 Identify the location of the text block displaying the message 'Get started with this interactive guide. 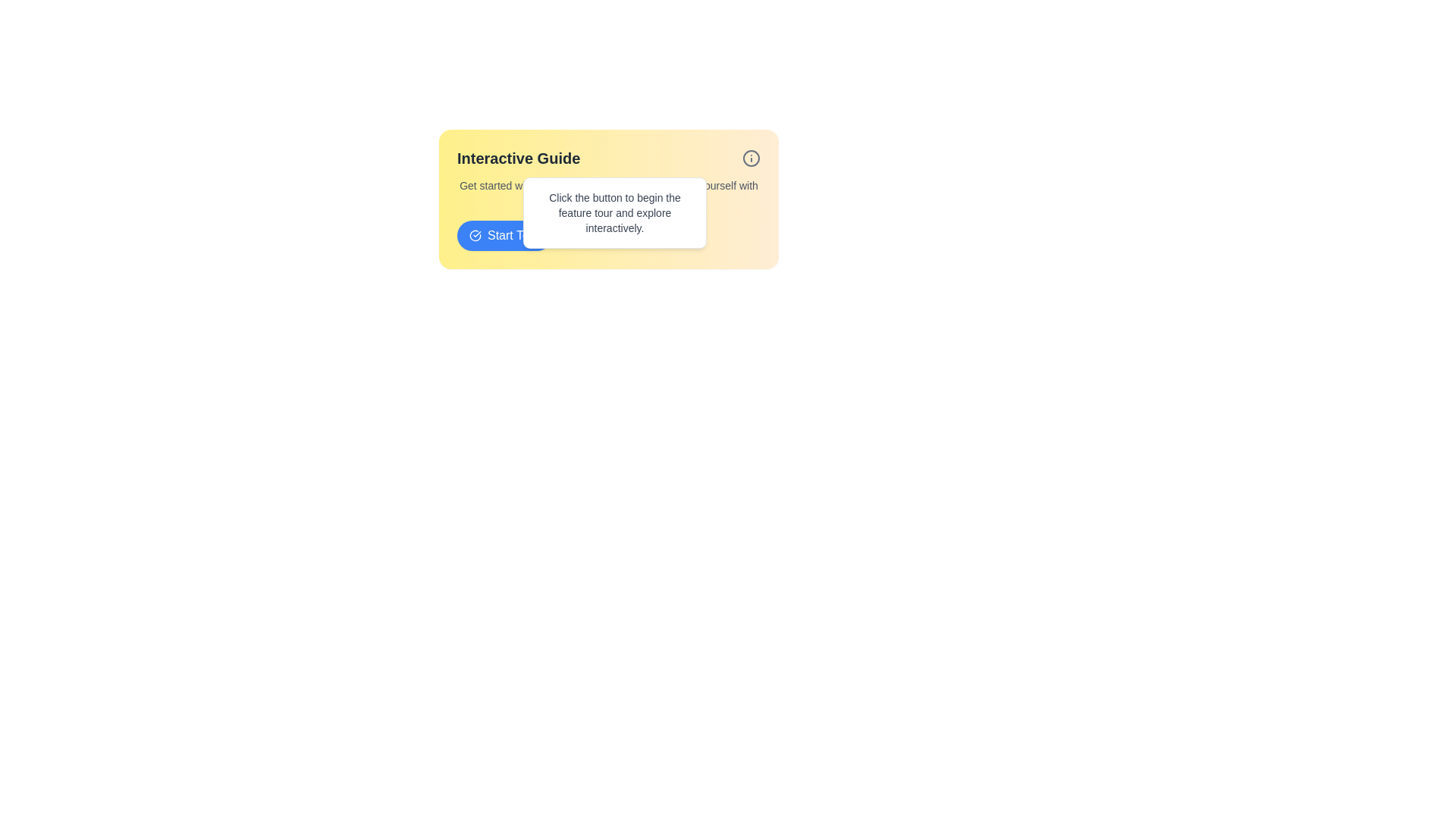
(608, 192).